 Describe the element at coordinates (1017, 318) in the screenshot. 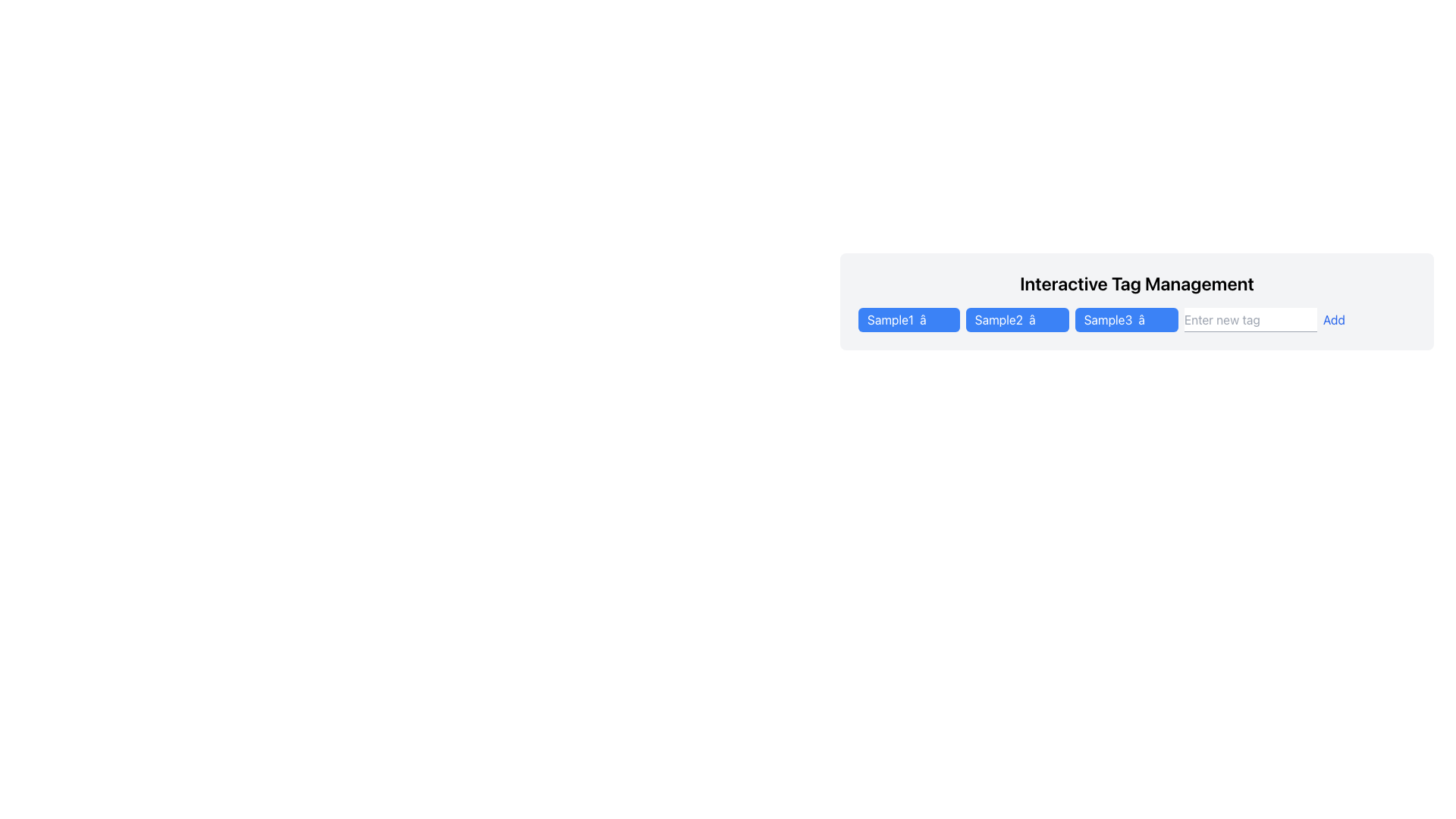

I see `the blue rectangular button labeled 'Sample2✓'` at that location.